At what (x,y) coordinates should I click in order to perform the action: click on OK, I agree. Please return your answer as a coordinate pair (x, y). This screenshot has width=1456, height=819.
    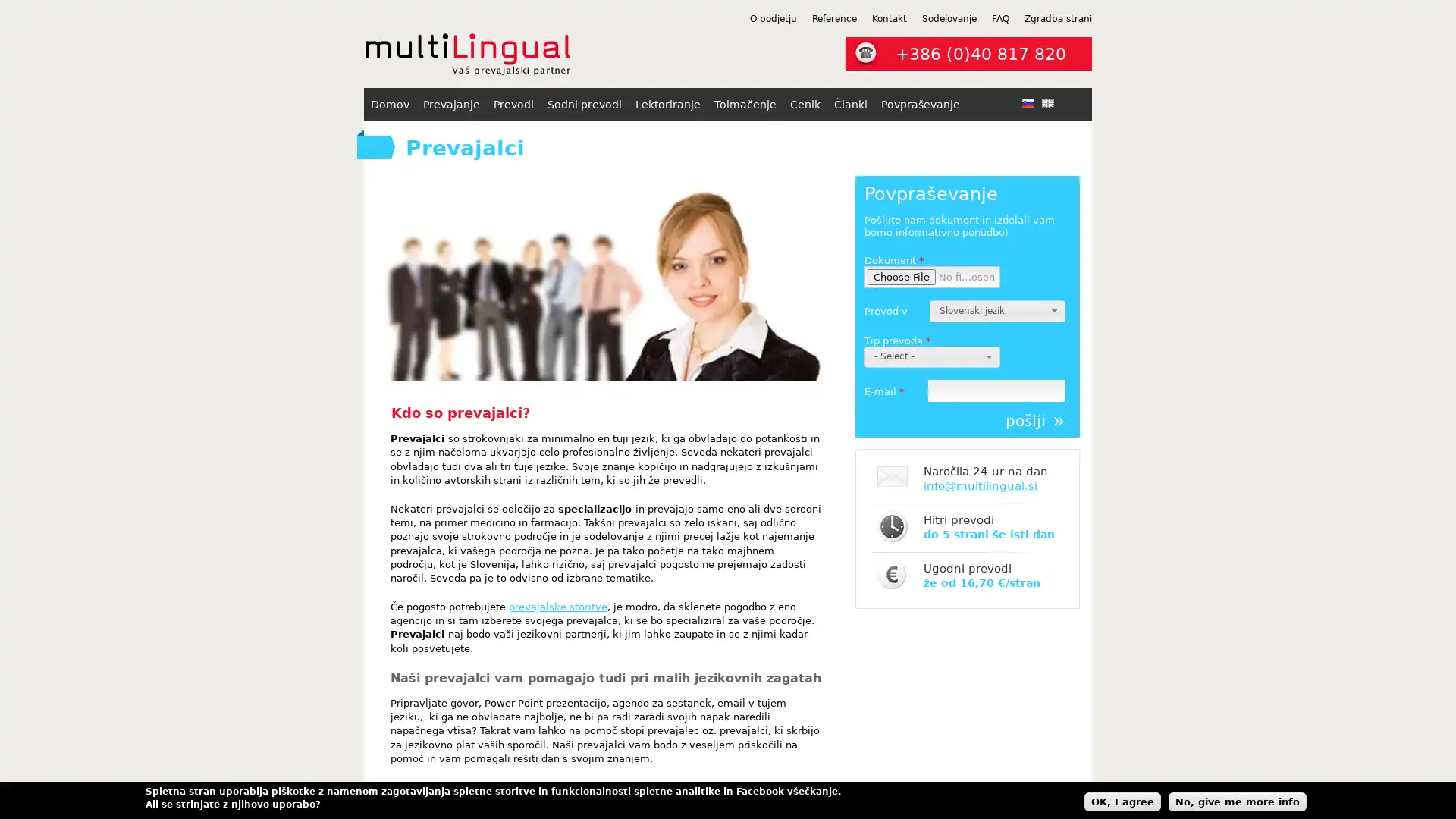
    Looking at the image, I should click on (1122, 800).